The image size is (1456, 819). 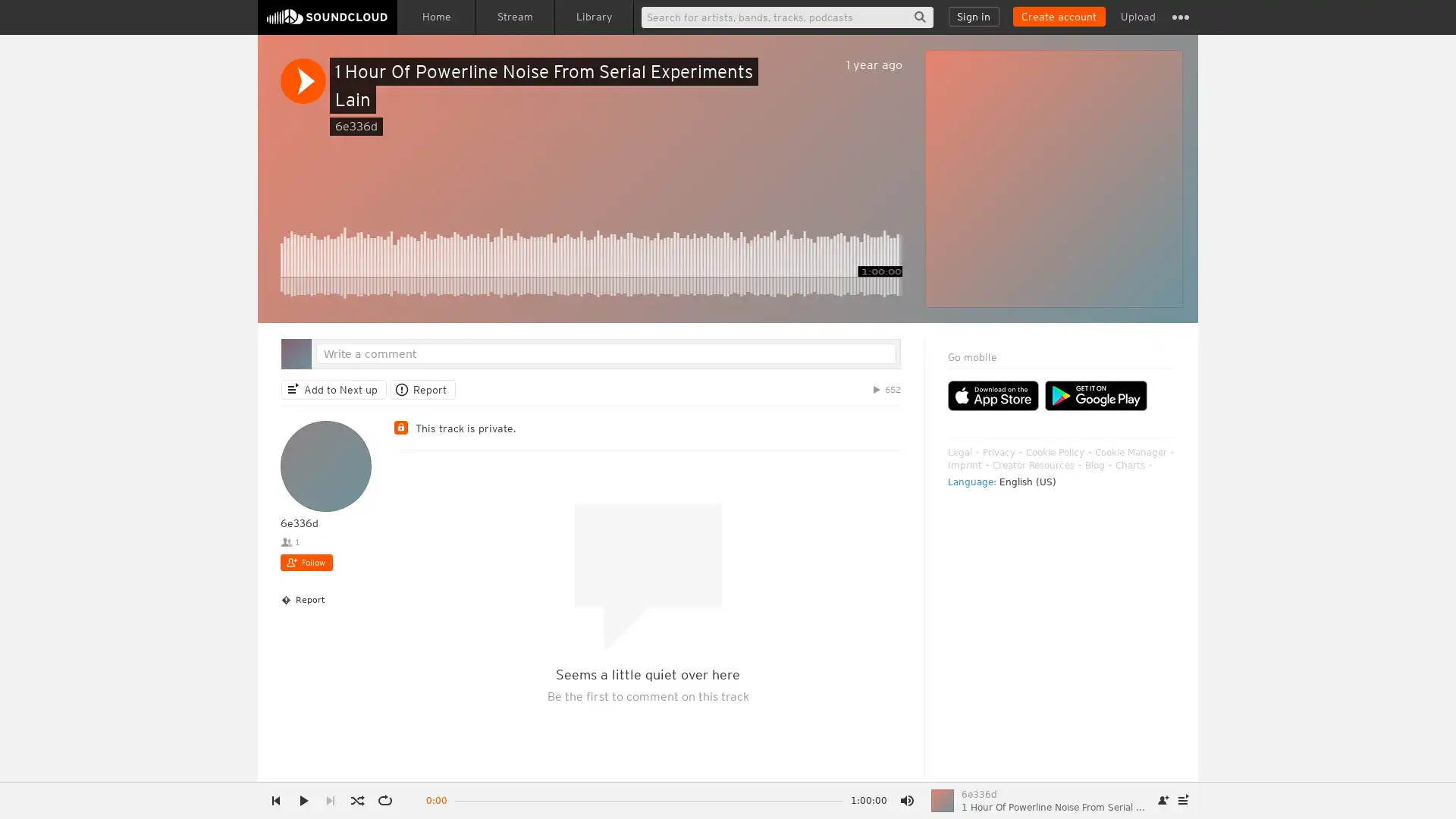 I want to click on Follow, so click(x=1163, y=800).